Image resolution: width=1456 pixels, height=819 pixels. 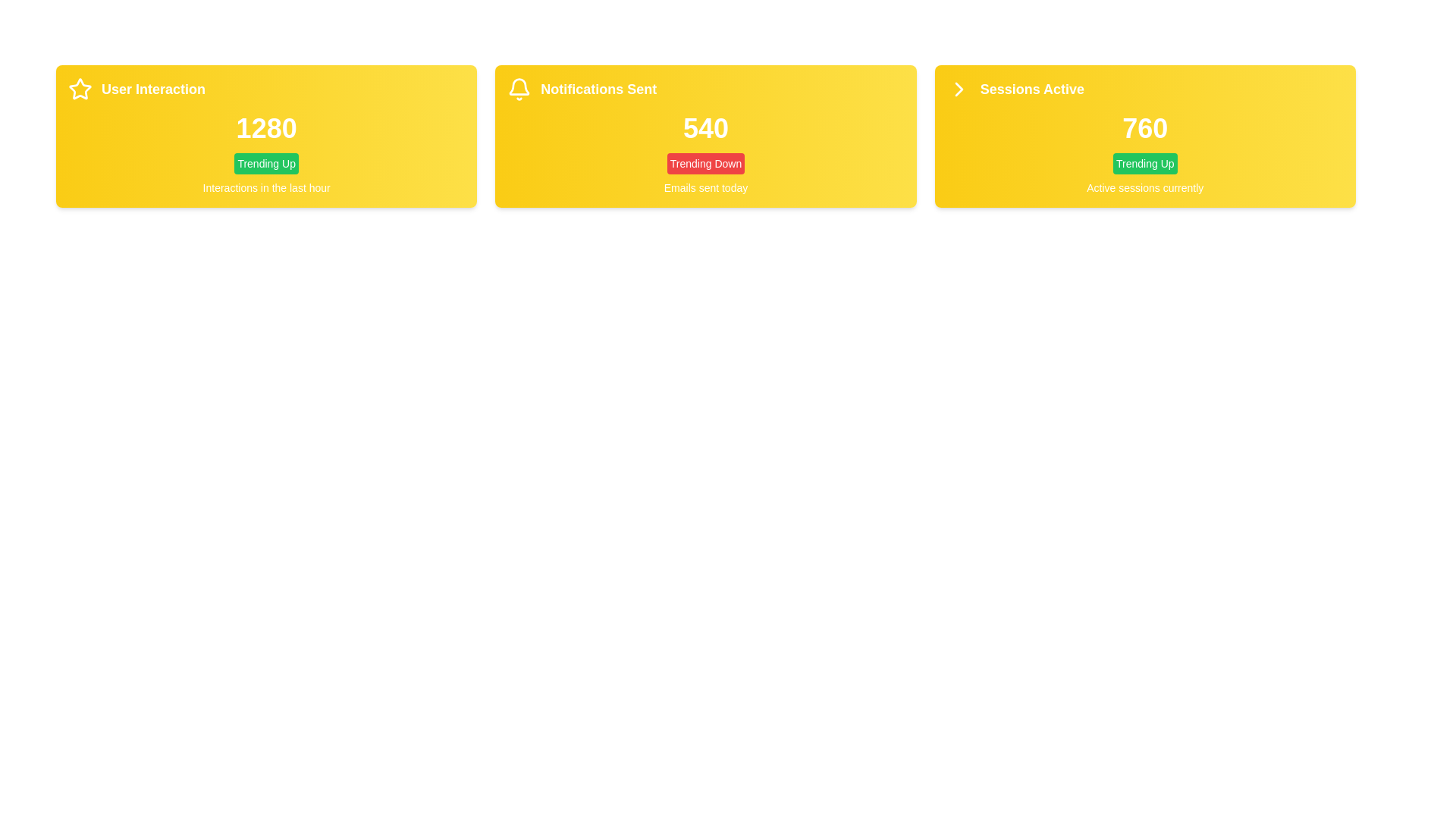 I want to click on the bolded text 'Sessions Active' which is styled with a large font in white against a yellow background, located in the rightmost card of a row of three cards, so click(x=1031, y=89).